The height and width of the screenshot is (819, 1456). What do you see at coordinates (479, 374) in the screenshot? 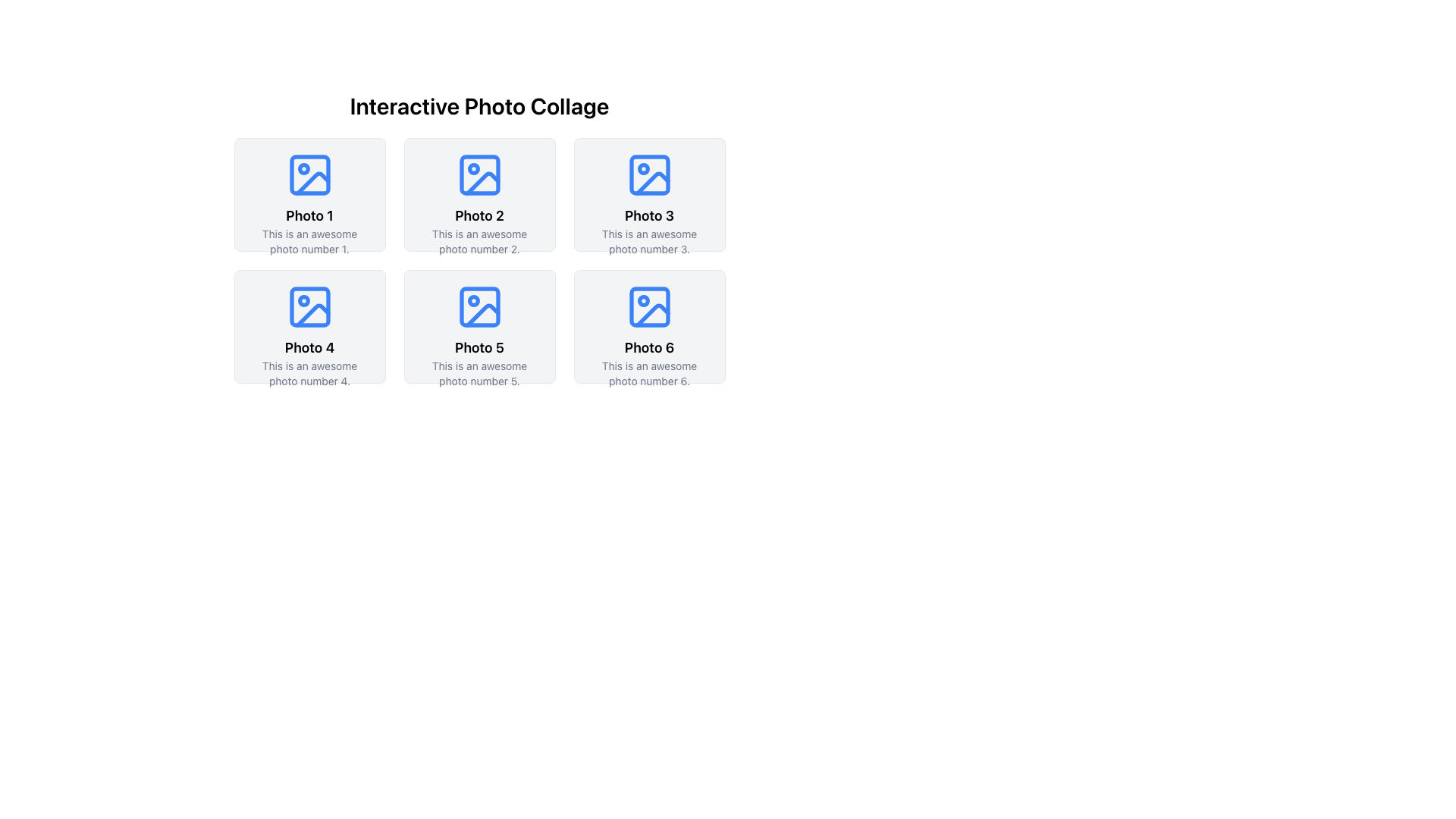
I see `text label that displays 'This is an awesome photo number 5.' located in the bottom portion of the fifth card labeled 'Photo 5' in the second row of the grid-based photo collage interface` at bounding box center [479, 374].